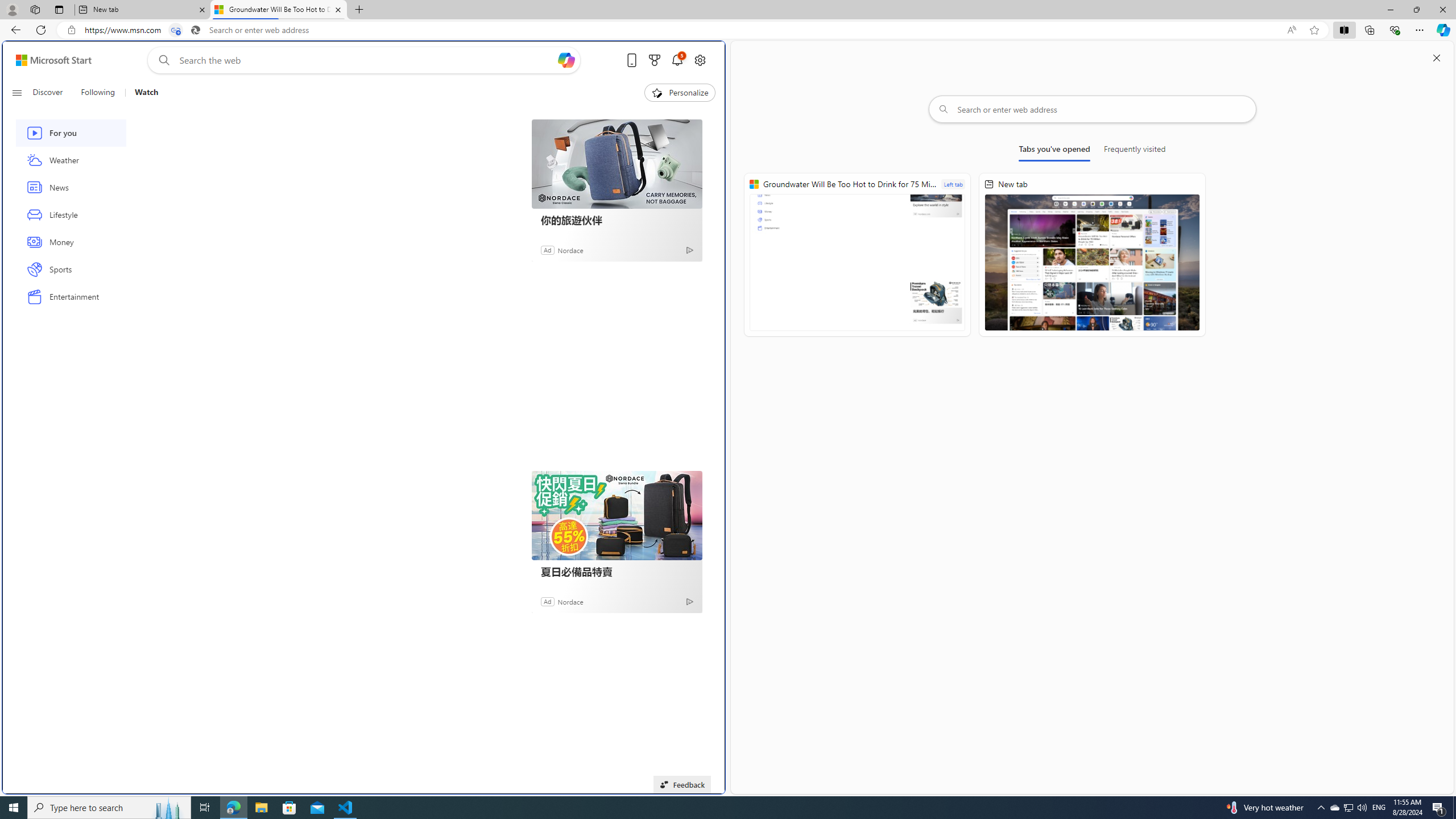 This screenshot has width=1456, height=819. I want to click on 'Tabs you', so click(1054, 151).